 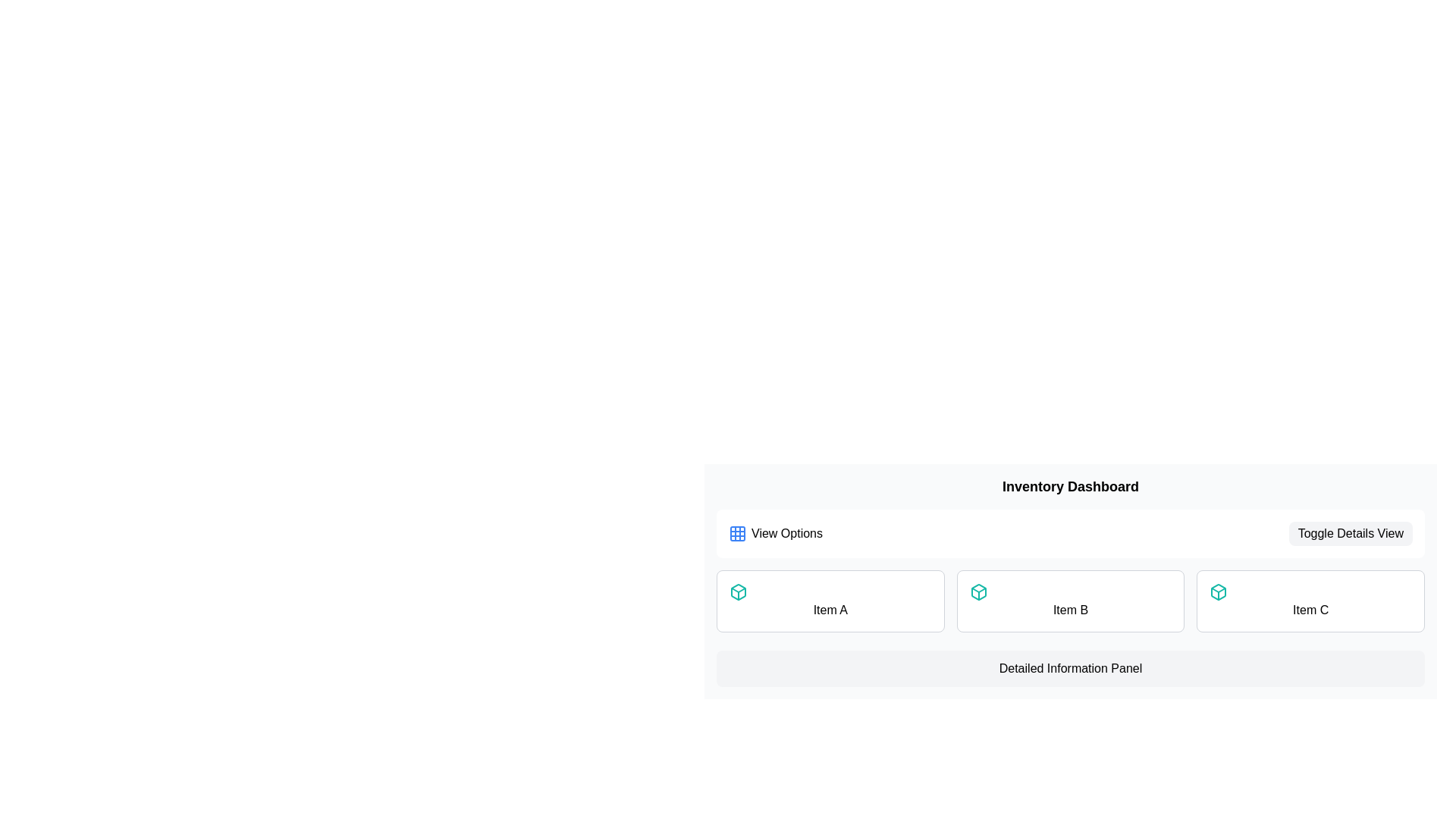 What do you see at coordinates (1219, 591) in the screenshot?
I see `the three-dimensional box icon with a teal outline located in the first card labeled 'Item A', which is in the first column of the items row under the 'View Options' button` at bounding box center [1219, 591].